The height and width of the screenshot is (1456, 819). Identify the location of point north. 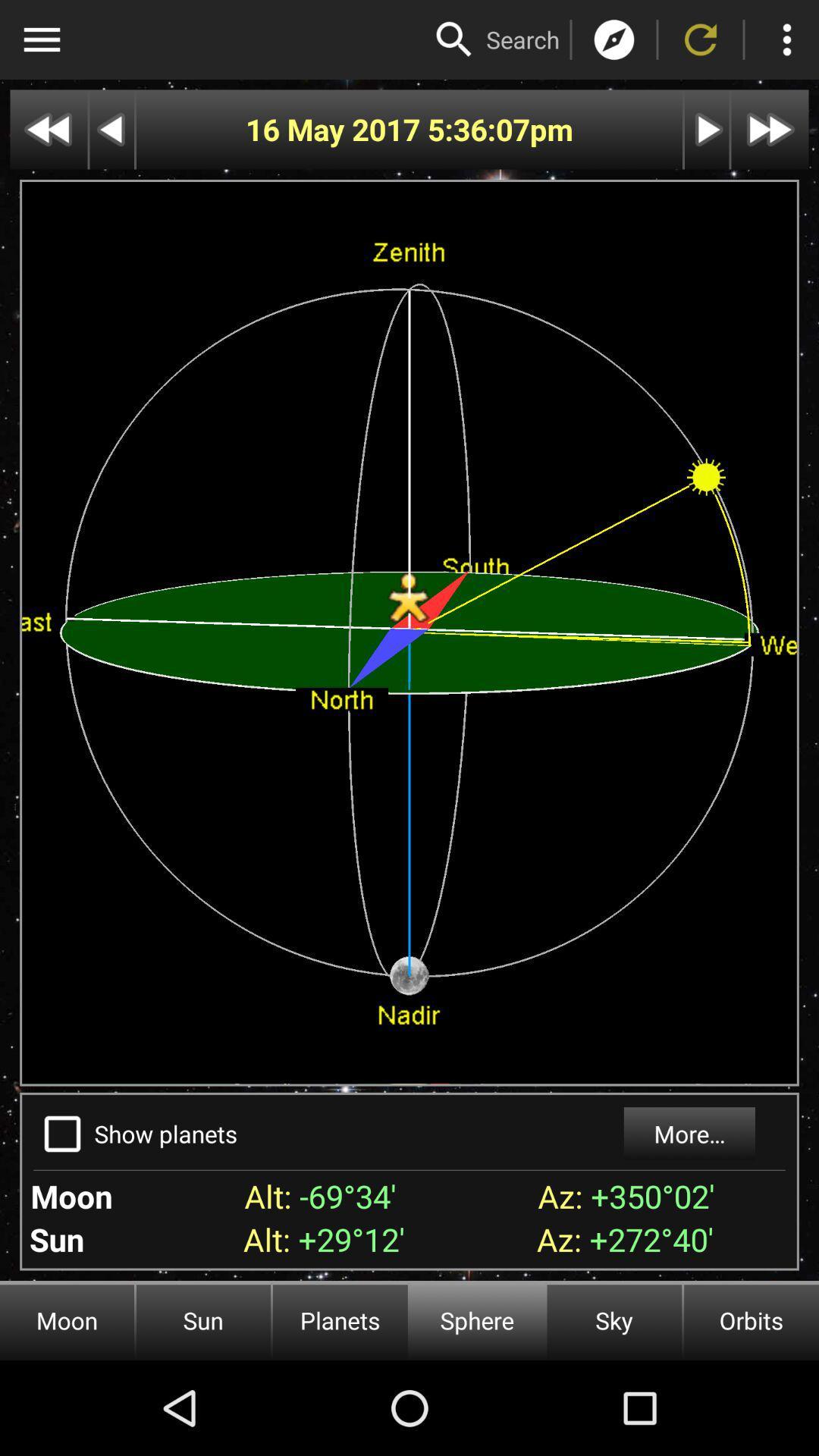
(614, 39).